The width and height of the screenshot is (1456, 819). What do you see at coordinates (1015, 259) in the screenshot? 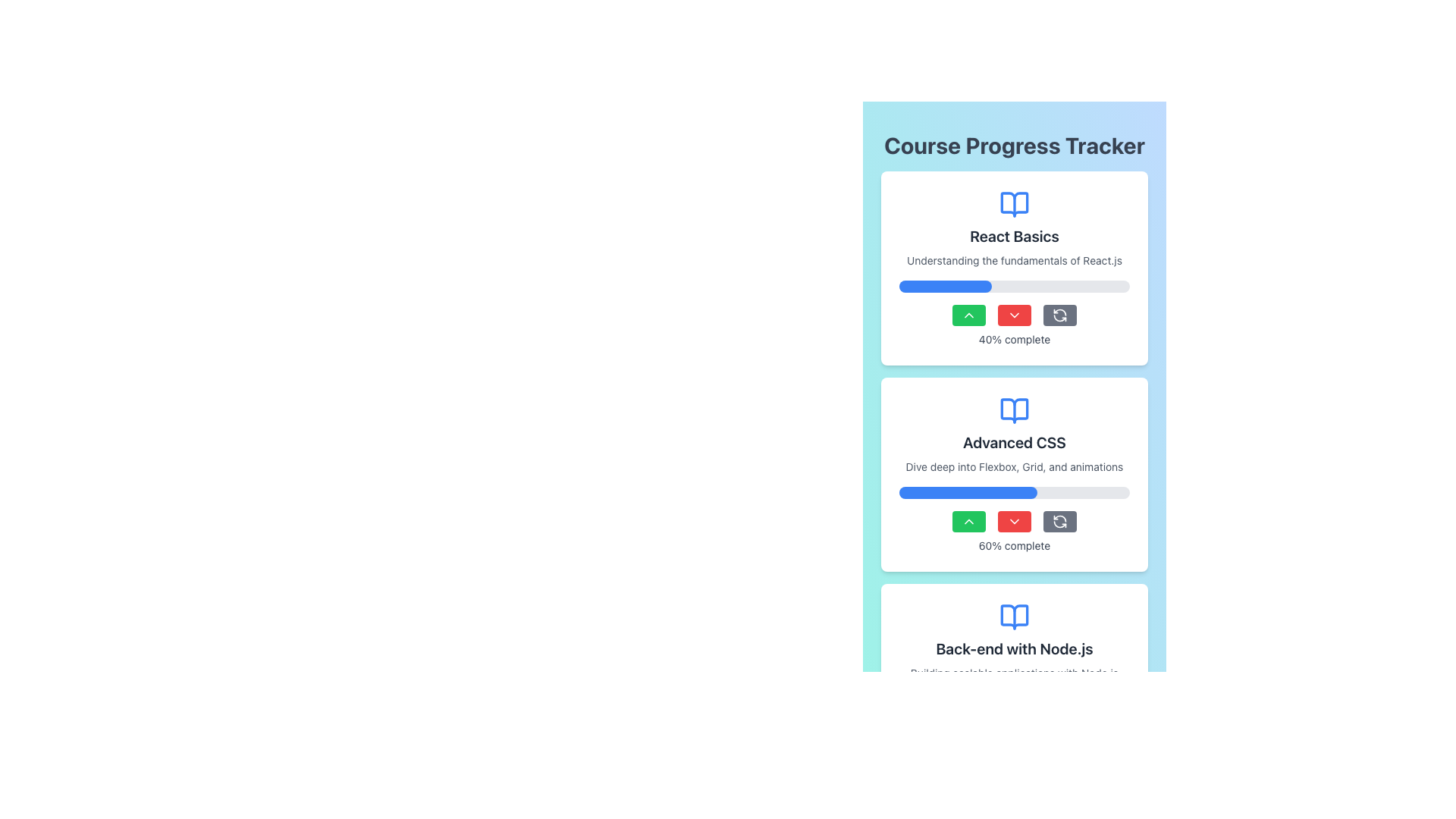
I see `the text segment that reads 'Understanding the fundamentals of React.js', which is styled in gray and positioned centrally below the 'React Basics' card title` at bounding box center [1015, 259].